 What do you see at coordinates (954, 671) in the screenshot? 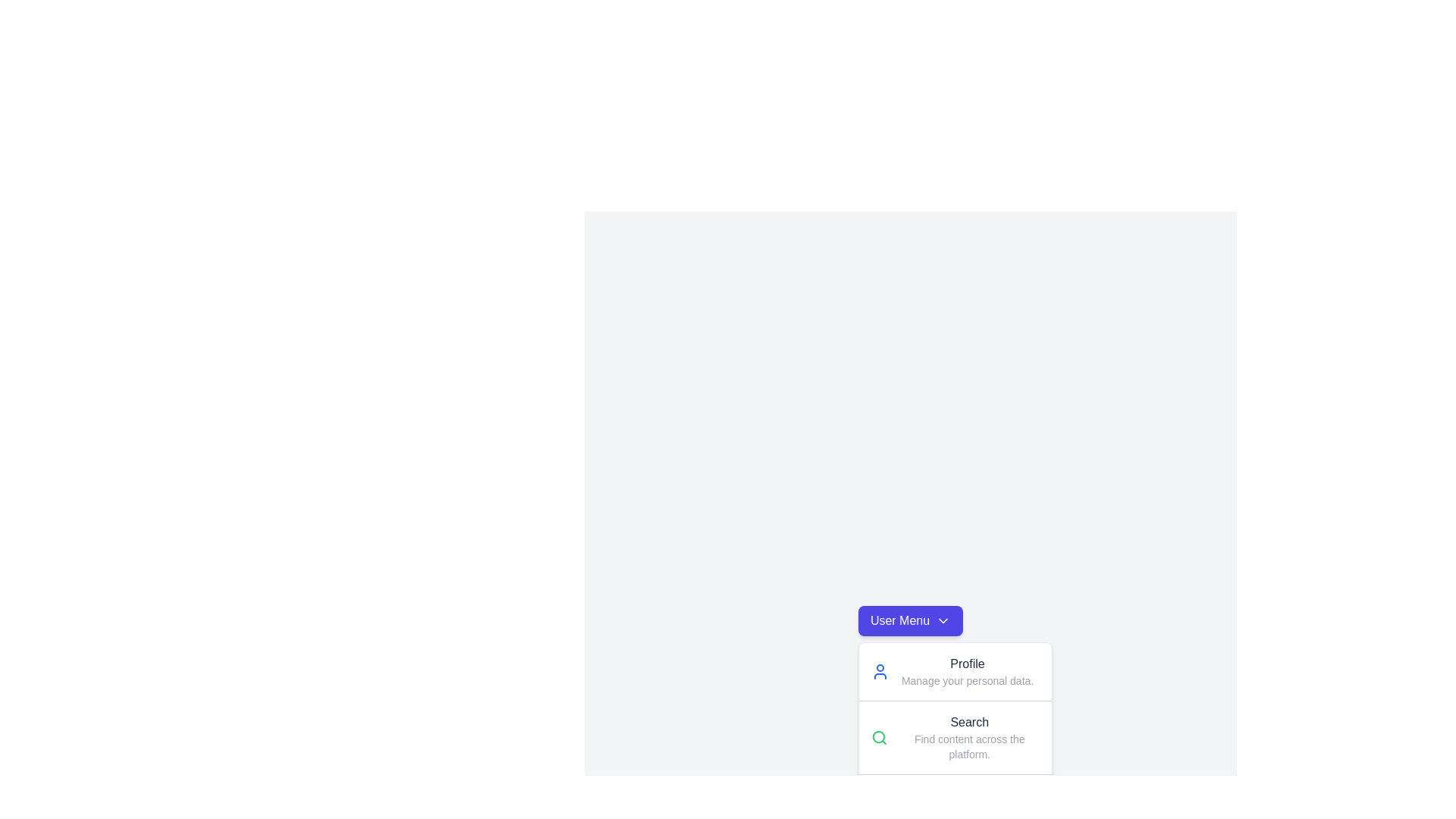
I see `the first item in the dropdown menu under the 'User Menu'` at bounding box center [954, 671].